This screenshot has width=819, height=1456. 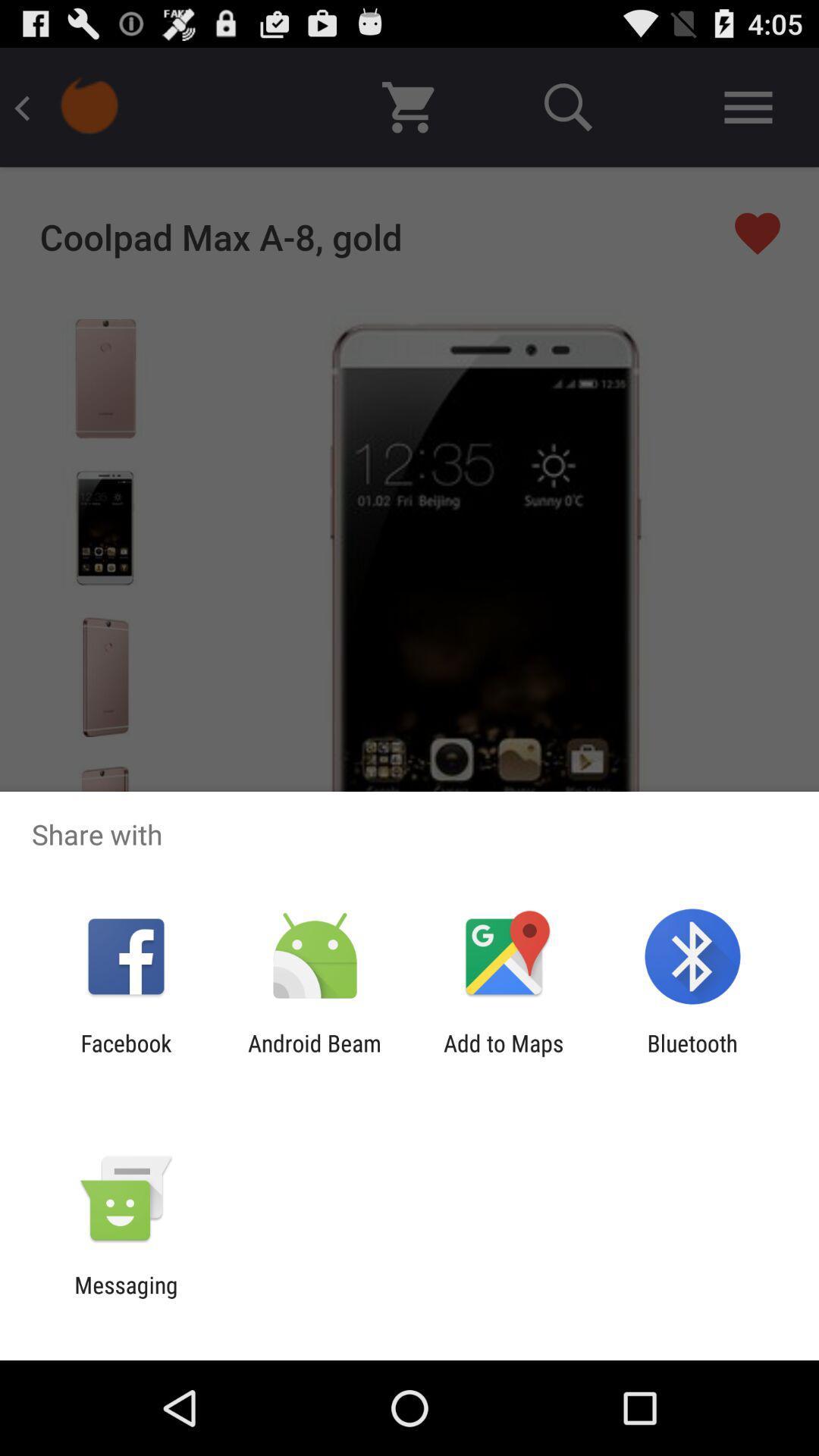 I want to click on item to the left of add to maps app, so click(x=314, y=1056).